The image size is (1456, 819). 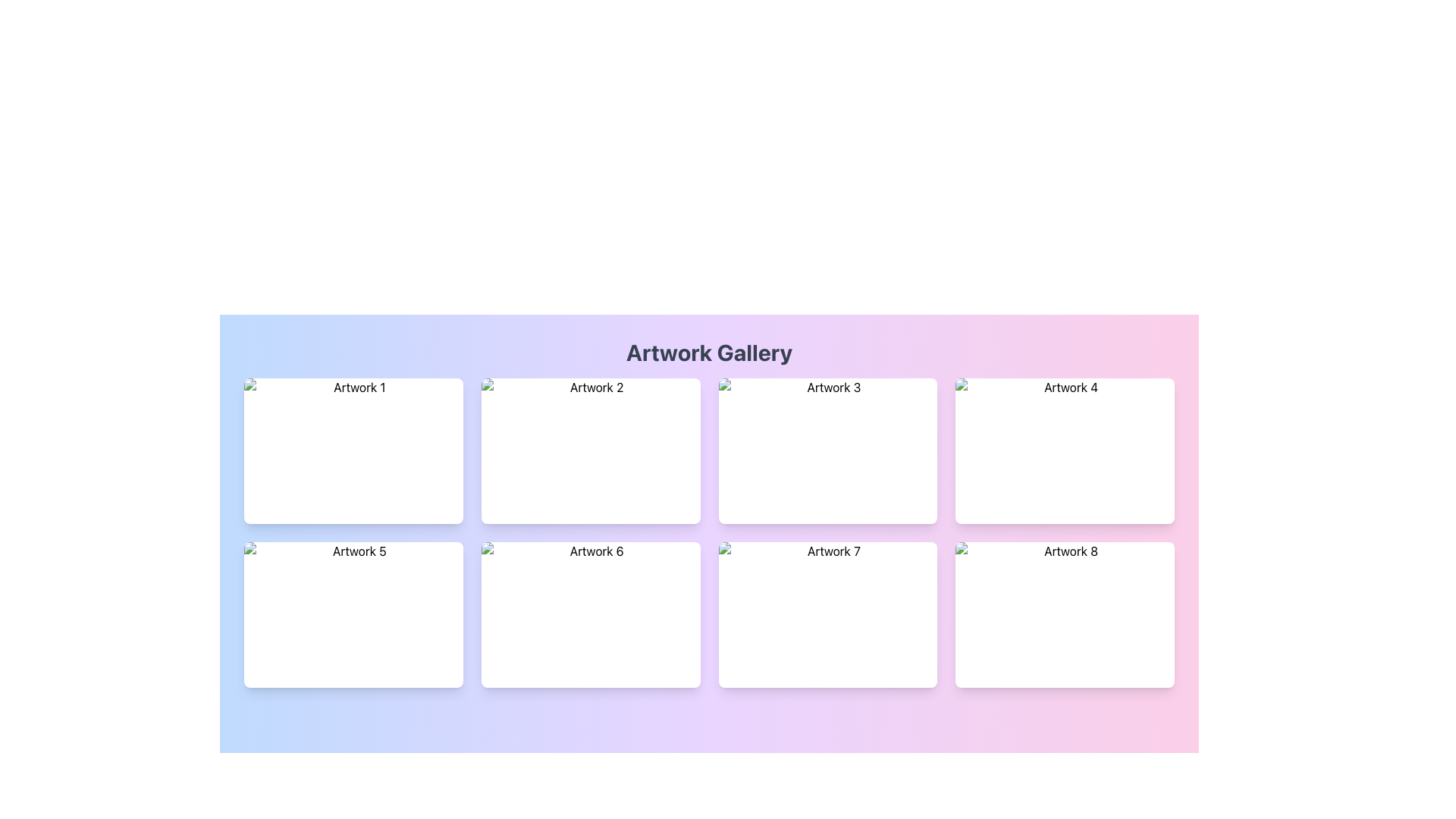 What do you see at coordinates (708, 353) in the screenshot?
I see `the text heading that reads 'Artwork Gallery', which is prominently styled in bold and centered at the top of the main content area` at bounding box center [708, 353].